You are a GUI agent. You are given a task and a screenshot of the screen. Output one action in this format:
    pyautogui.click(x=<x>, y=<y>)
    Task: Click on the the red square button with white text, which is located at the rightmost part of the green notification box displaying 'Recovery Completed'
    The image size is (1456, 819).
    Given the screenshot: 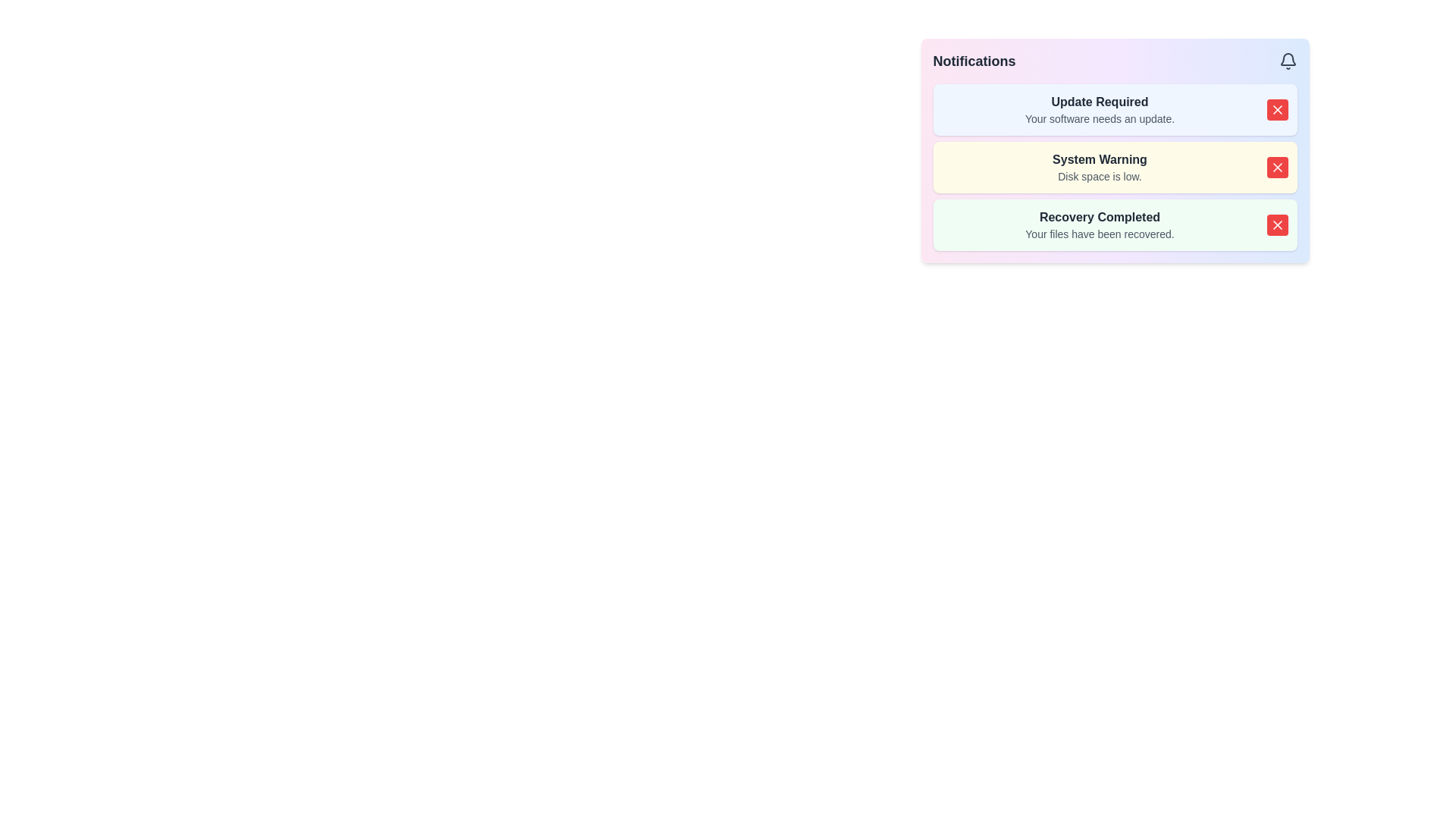 What is the action you would take?
    pyautogui.click(x=1276, y=225)
    